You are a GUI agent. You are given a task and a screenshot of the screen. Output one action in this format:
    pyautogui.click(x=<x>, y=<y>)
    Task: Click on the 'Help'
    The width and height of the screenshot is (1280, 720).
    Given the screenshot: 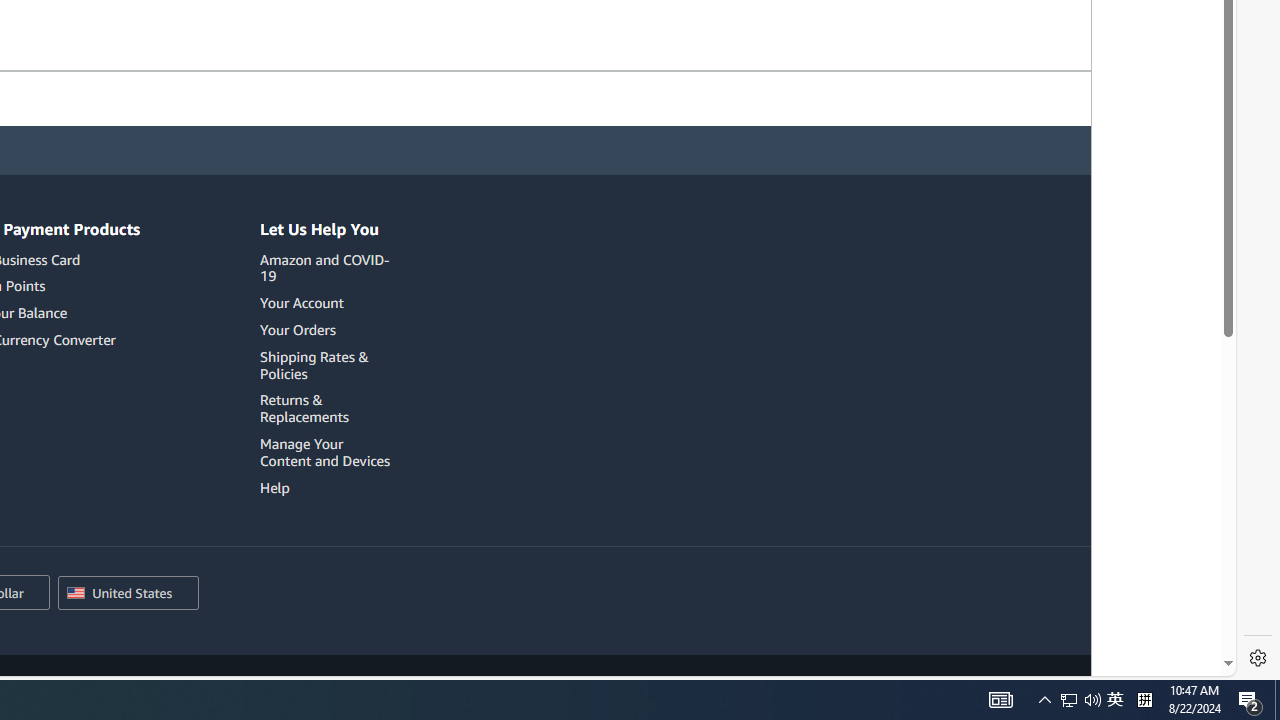 What is the action you would take?
    pyautogui.click(x=274, y=487)
    